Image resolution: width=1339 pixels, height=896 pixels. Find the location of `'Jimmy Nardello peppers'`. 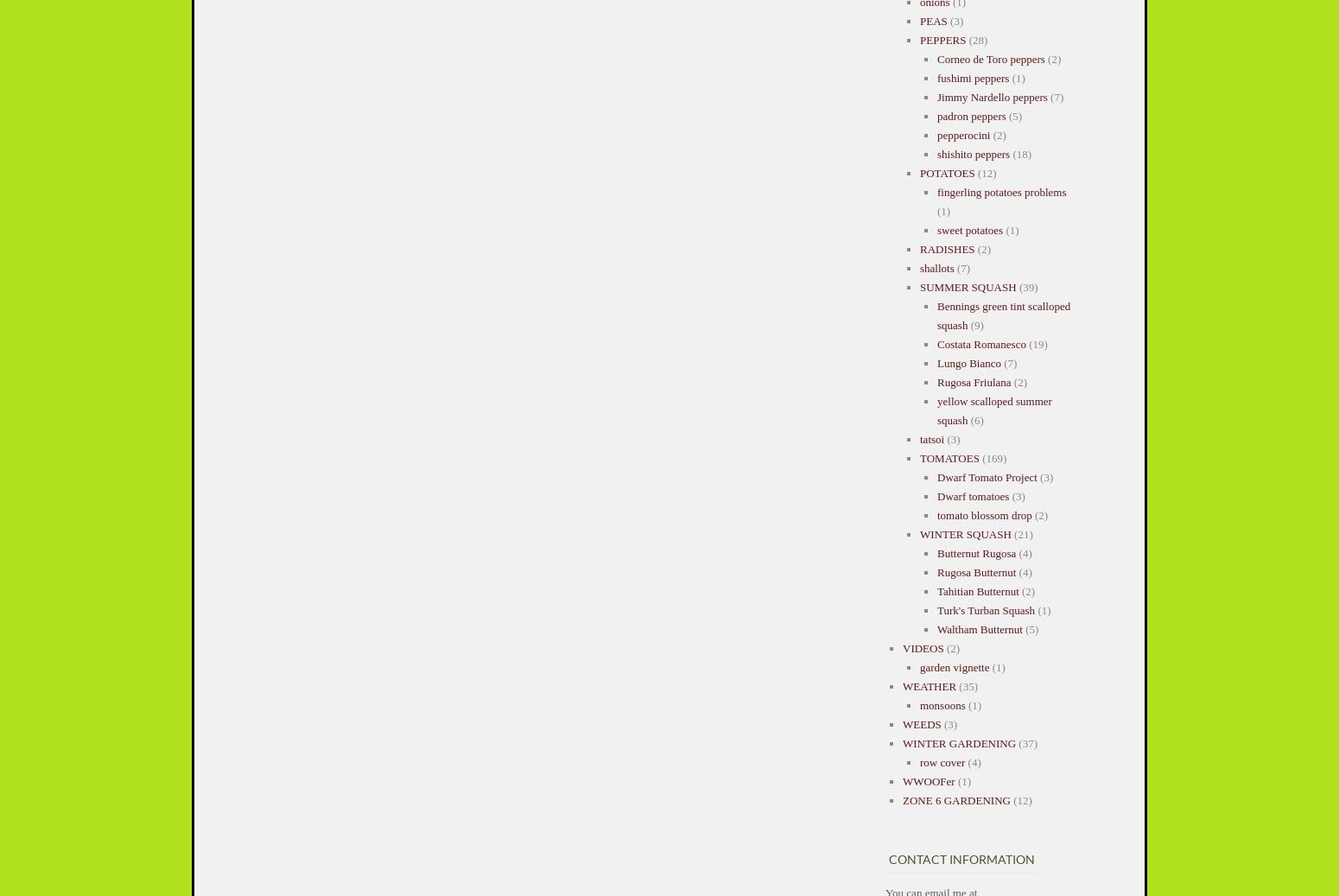

'Jimmy Nardello peppers' is located at coordinates (991, 96).